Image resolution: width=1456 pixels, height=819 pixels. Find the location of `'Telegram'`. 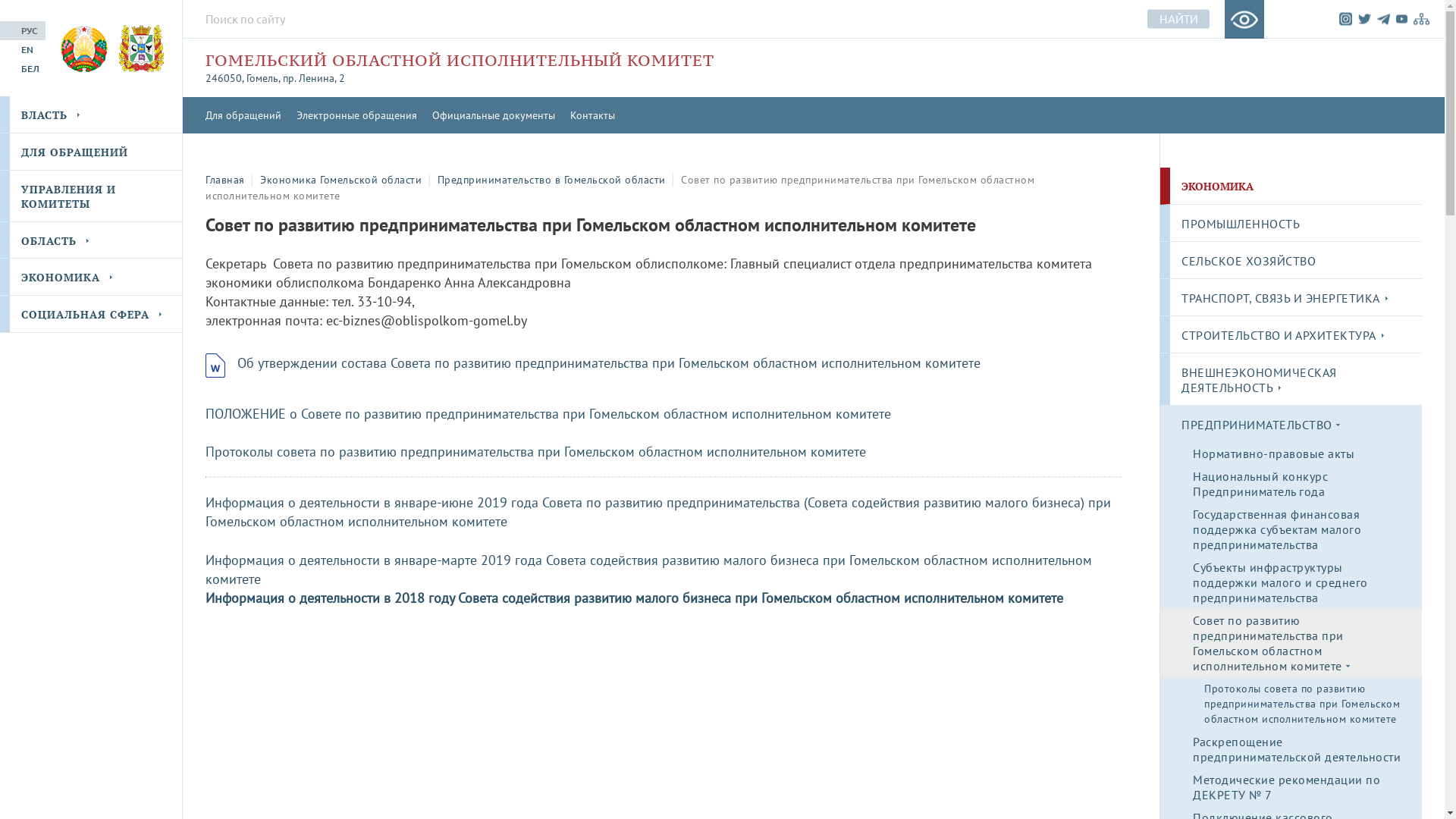

'Telegram' is located at coordinates (1383, 18).